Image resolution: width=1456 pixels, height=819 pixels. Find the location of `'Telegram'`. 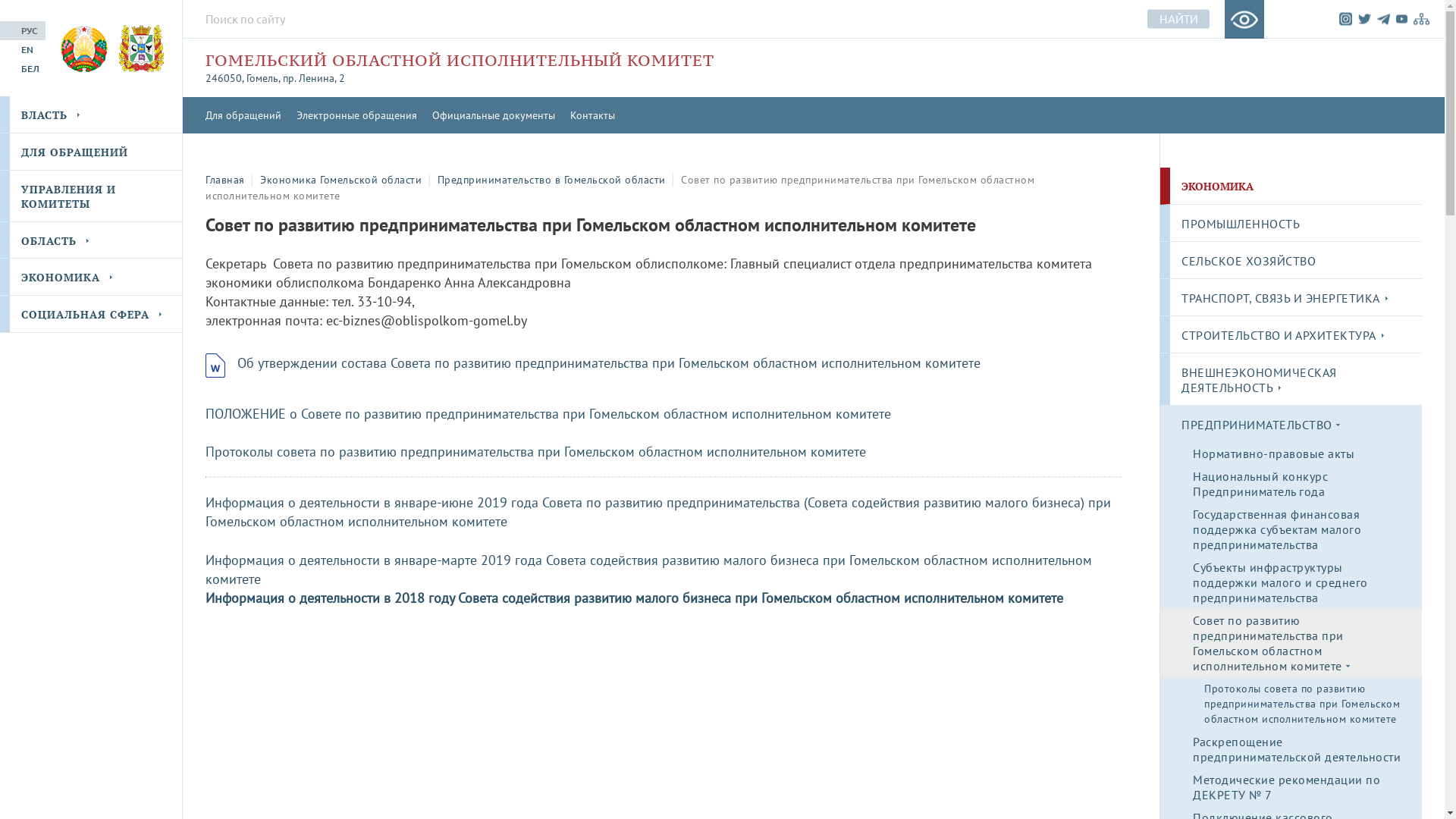

'Telegram' is located at coordinates (1383, 18).